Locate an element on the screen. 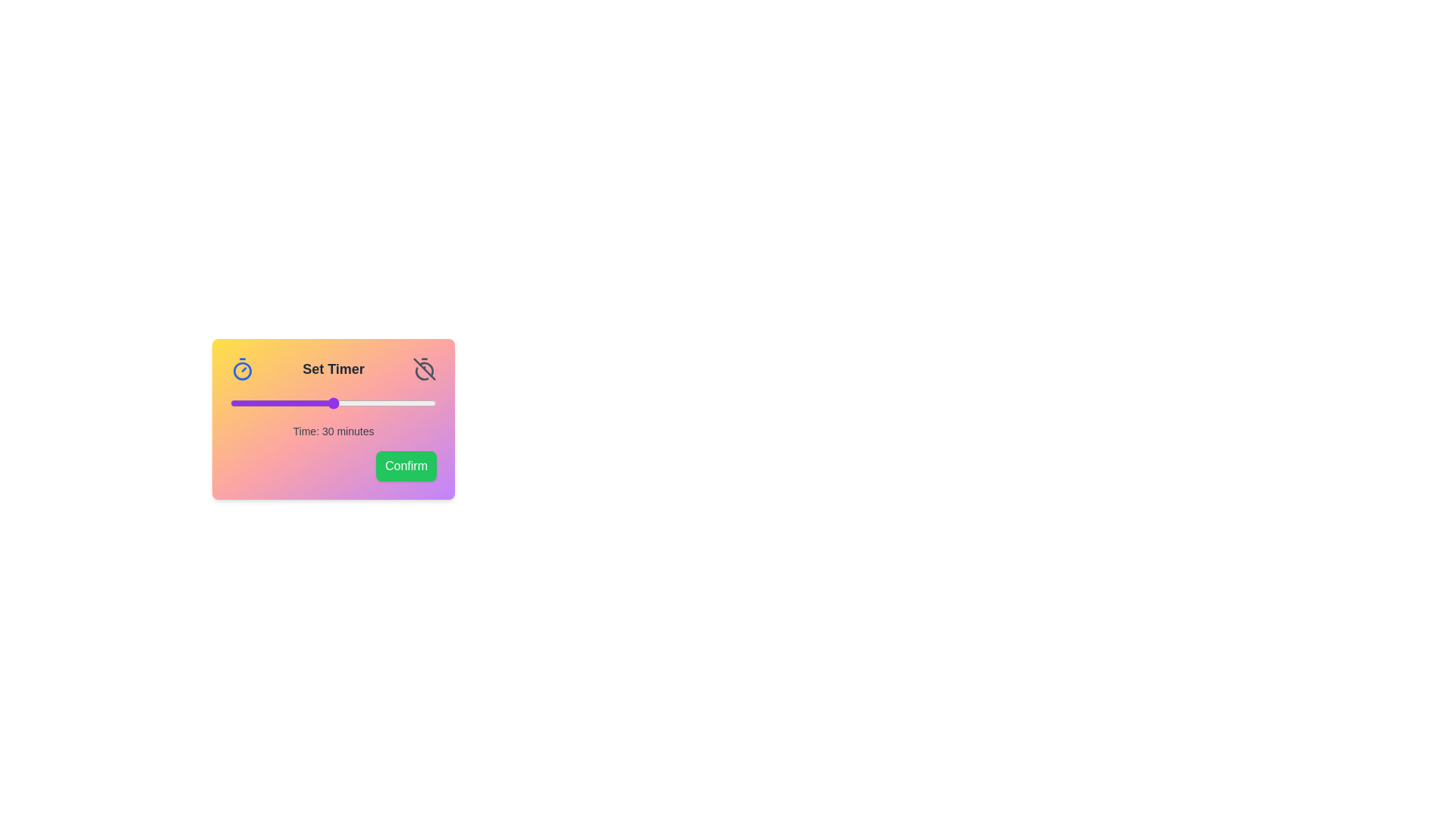  the Timer Off icon to toggle the timer state is located at coordinates (425, 369).